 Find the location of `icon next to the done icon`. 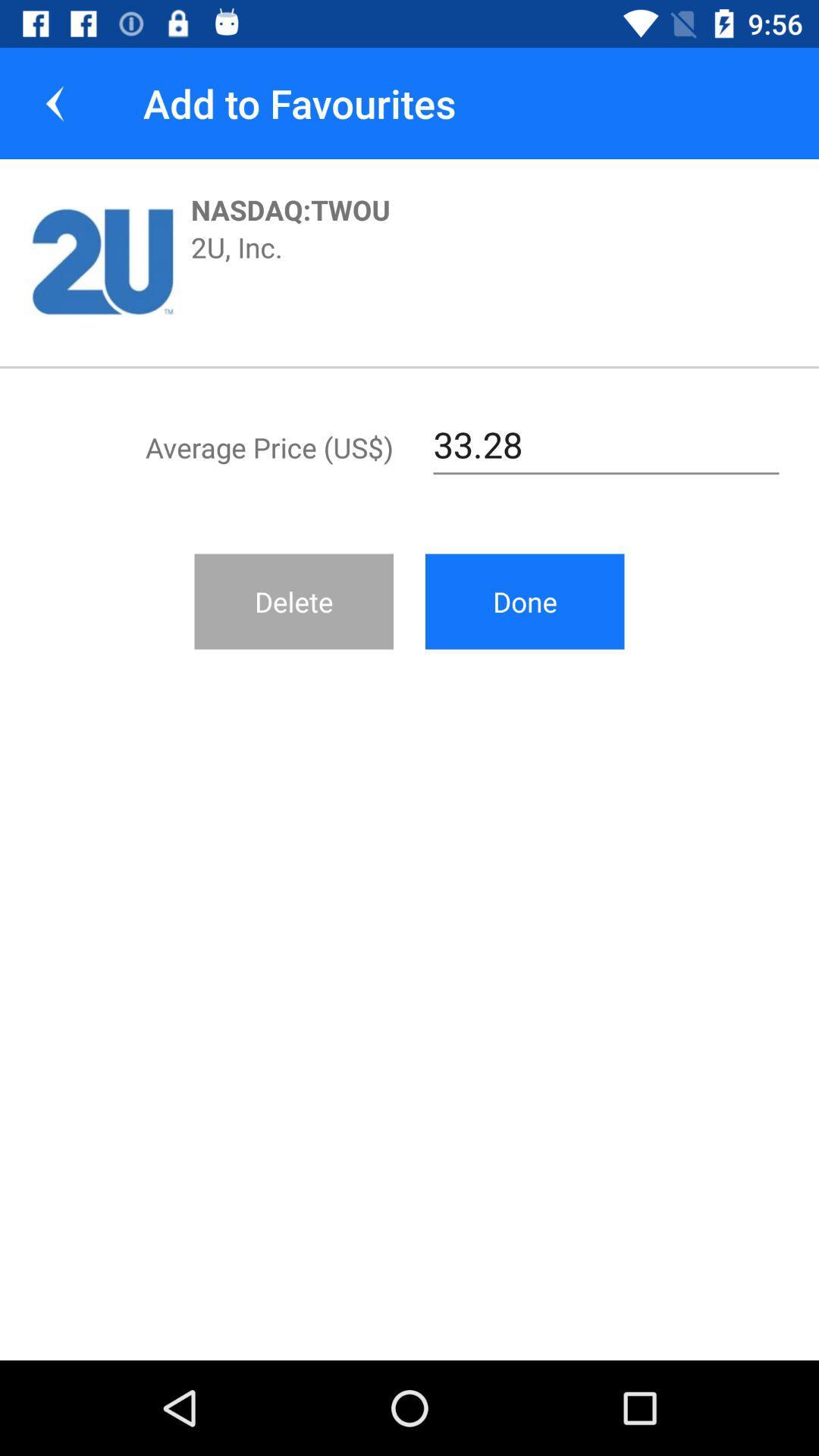

icon next to the done icon is located at coordinates (293, 601).